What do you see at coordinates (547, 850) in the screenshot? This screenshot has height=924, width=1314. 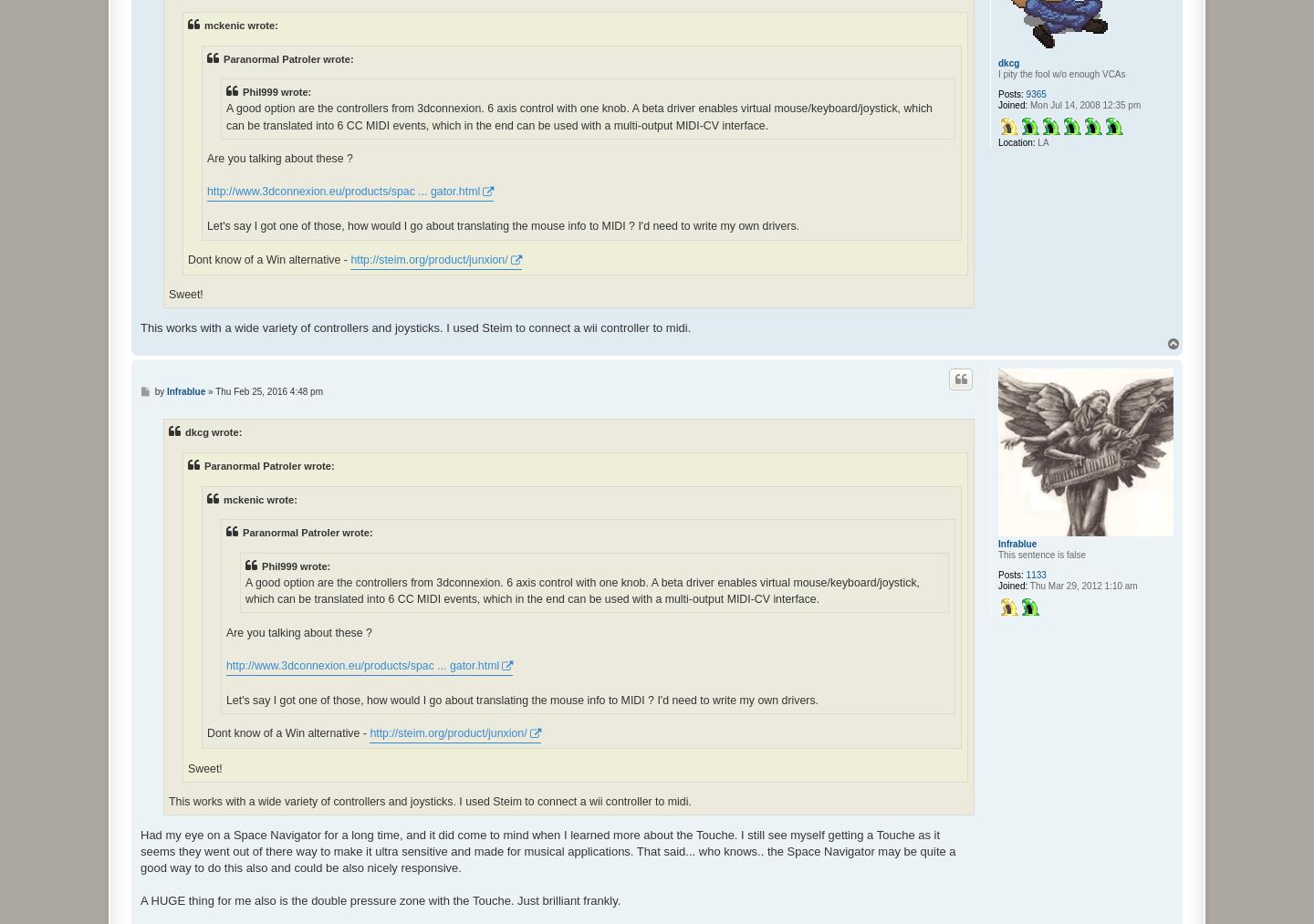 I see `'Had my eye on a Space Navigator for a long time, and it did come to mind when I learned more about the Touche.  I still see myself getting a Touche as it seems they went out of there way to make it ultra sensitive and made for musical applications.  That said... who knows.. the Space Navigator may be quite a good way to do this also and could be also nicely responsive.'` at bounding box center [547, 850].